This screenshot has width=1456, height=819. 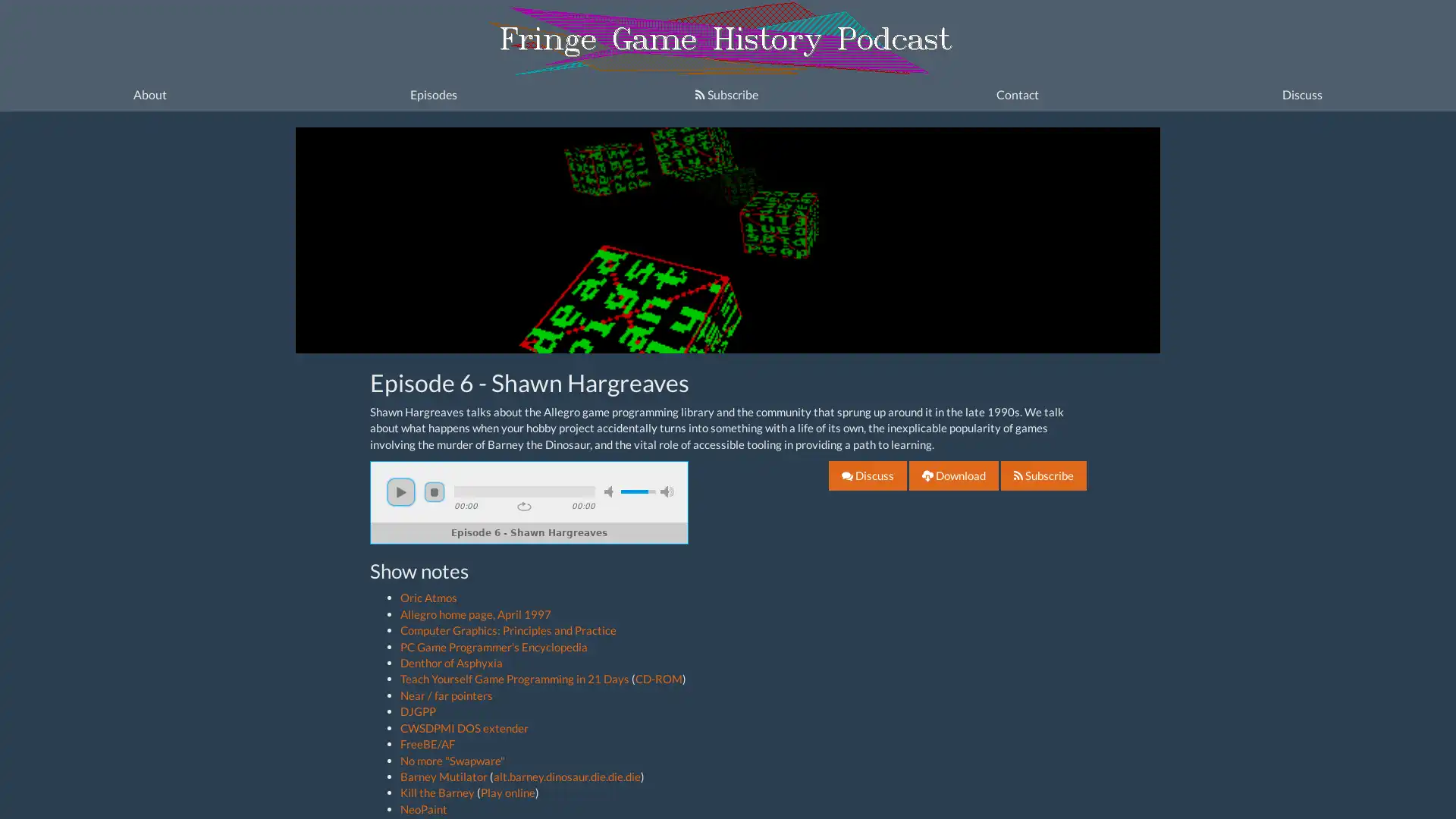 What do you see at coordinates (666, 491) in the screenshot?
I see `max volume` at bounding box center [666, 491].